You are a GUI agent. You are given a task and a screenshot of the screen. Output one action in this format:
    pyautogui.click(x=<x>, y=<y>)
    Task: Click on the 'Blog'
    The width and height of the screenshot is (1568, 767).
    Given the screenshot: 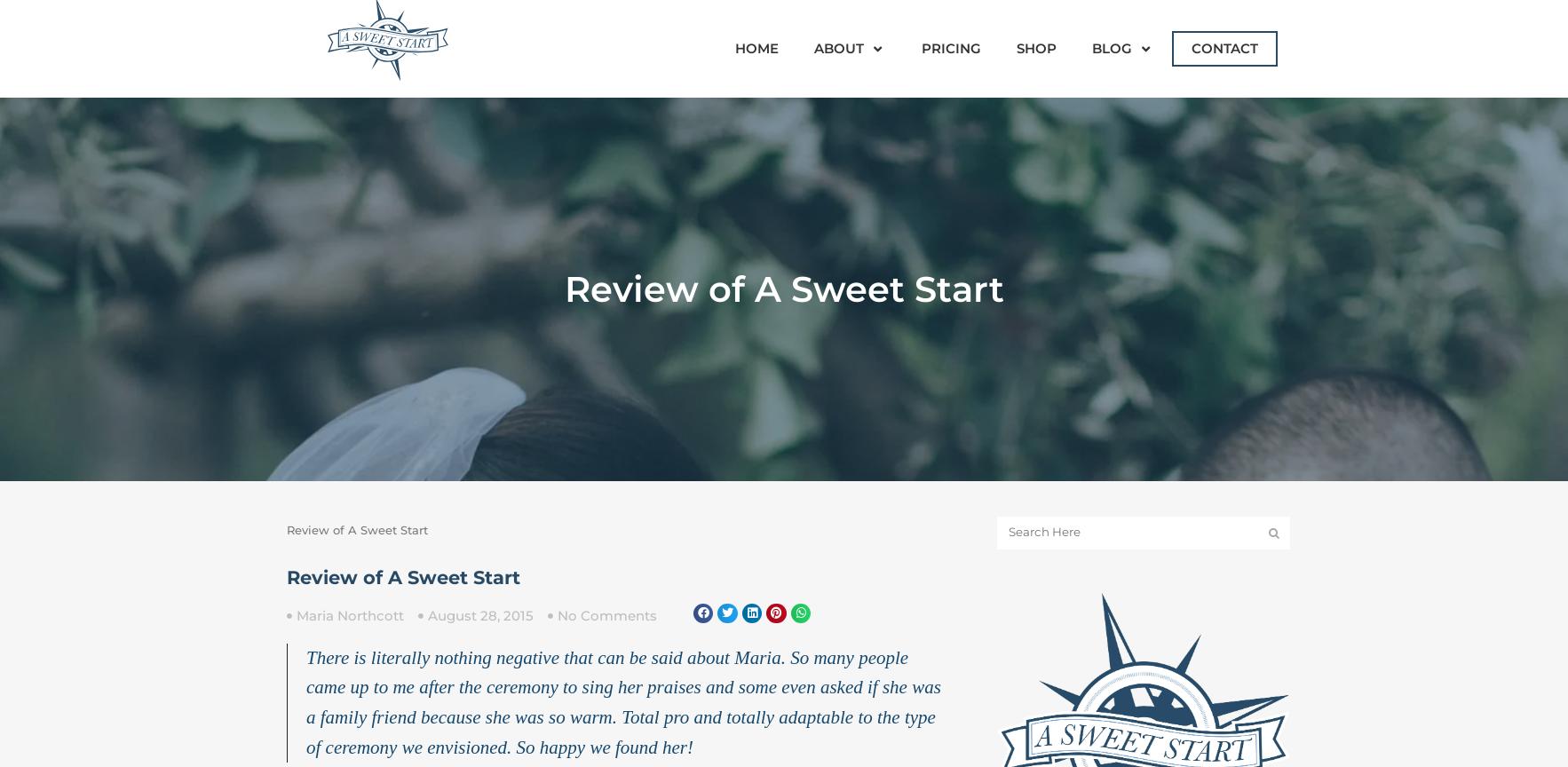 What is the action you would take?
    pyautogui.click(x=1111, y=48)
    